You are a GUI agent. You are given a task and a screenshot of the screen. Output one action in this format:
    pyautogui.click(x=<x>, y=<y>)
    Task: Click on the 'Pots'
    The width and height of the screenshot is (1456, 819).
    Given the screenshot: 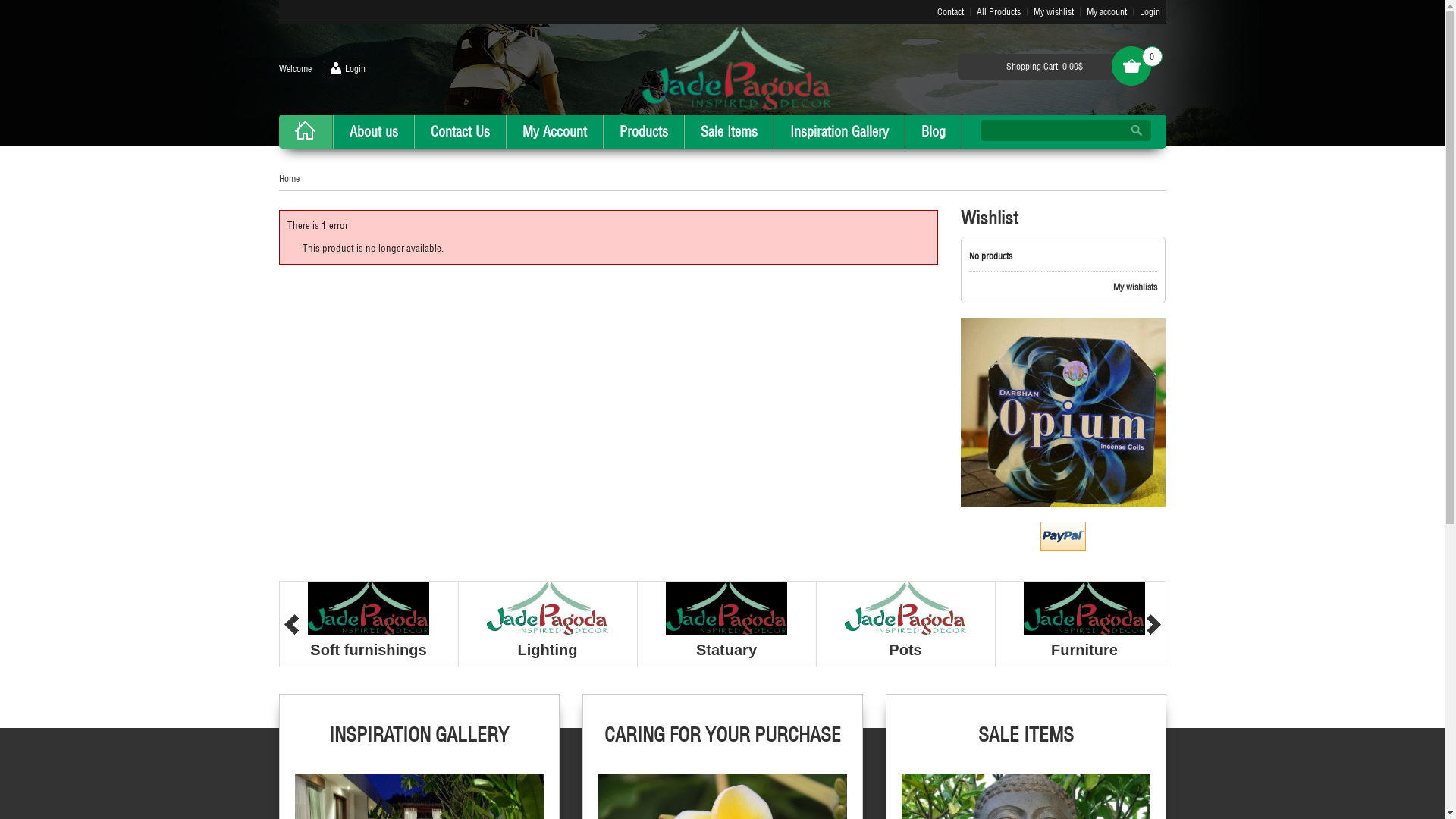 What is the action you would take?
    pyautogui.click(x=905, y=648)
    